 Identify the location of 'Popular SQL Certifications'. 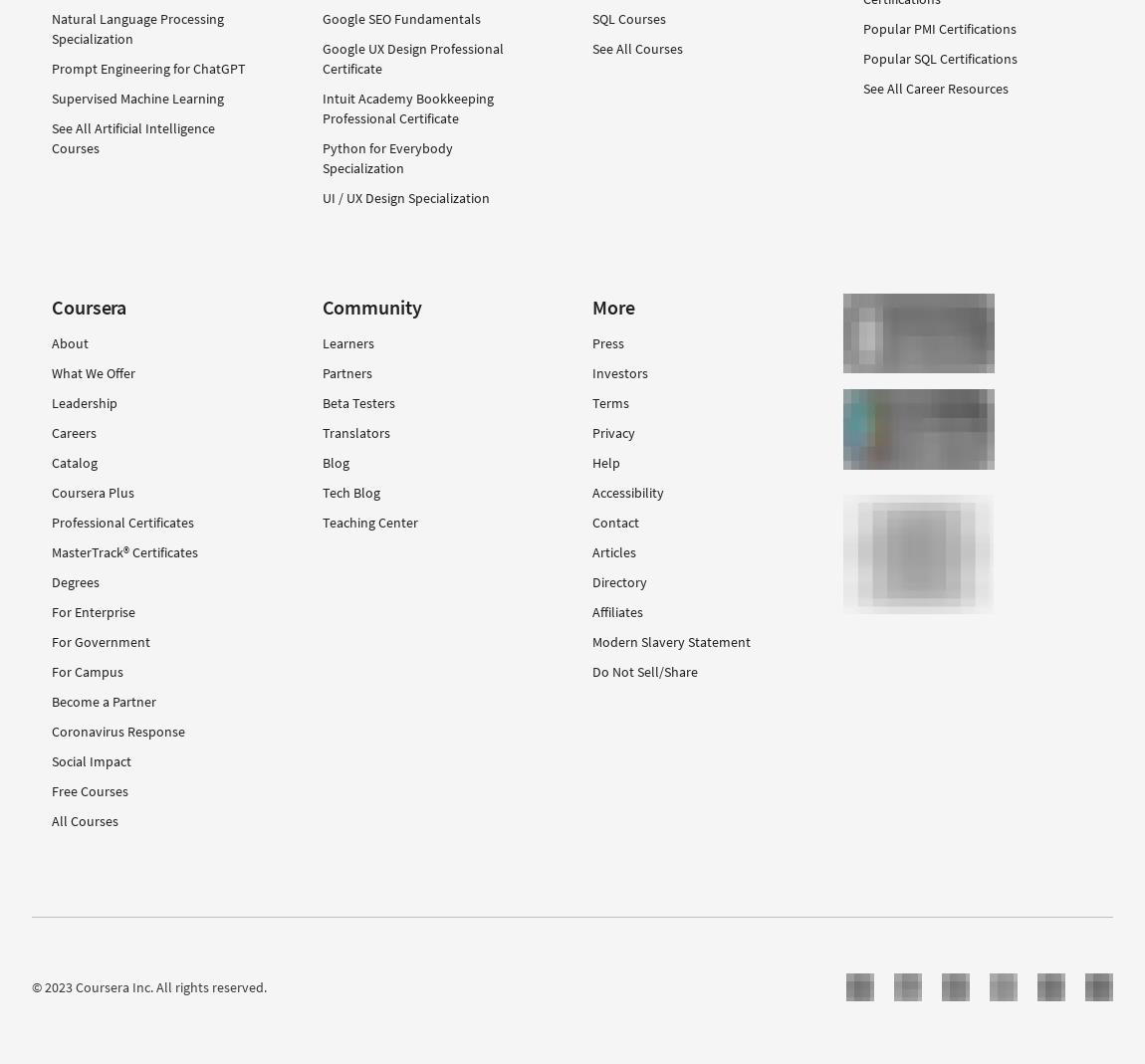
(939, 57).